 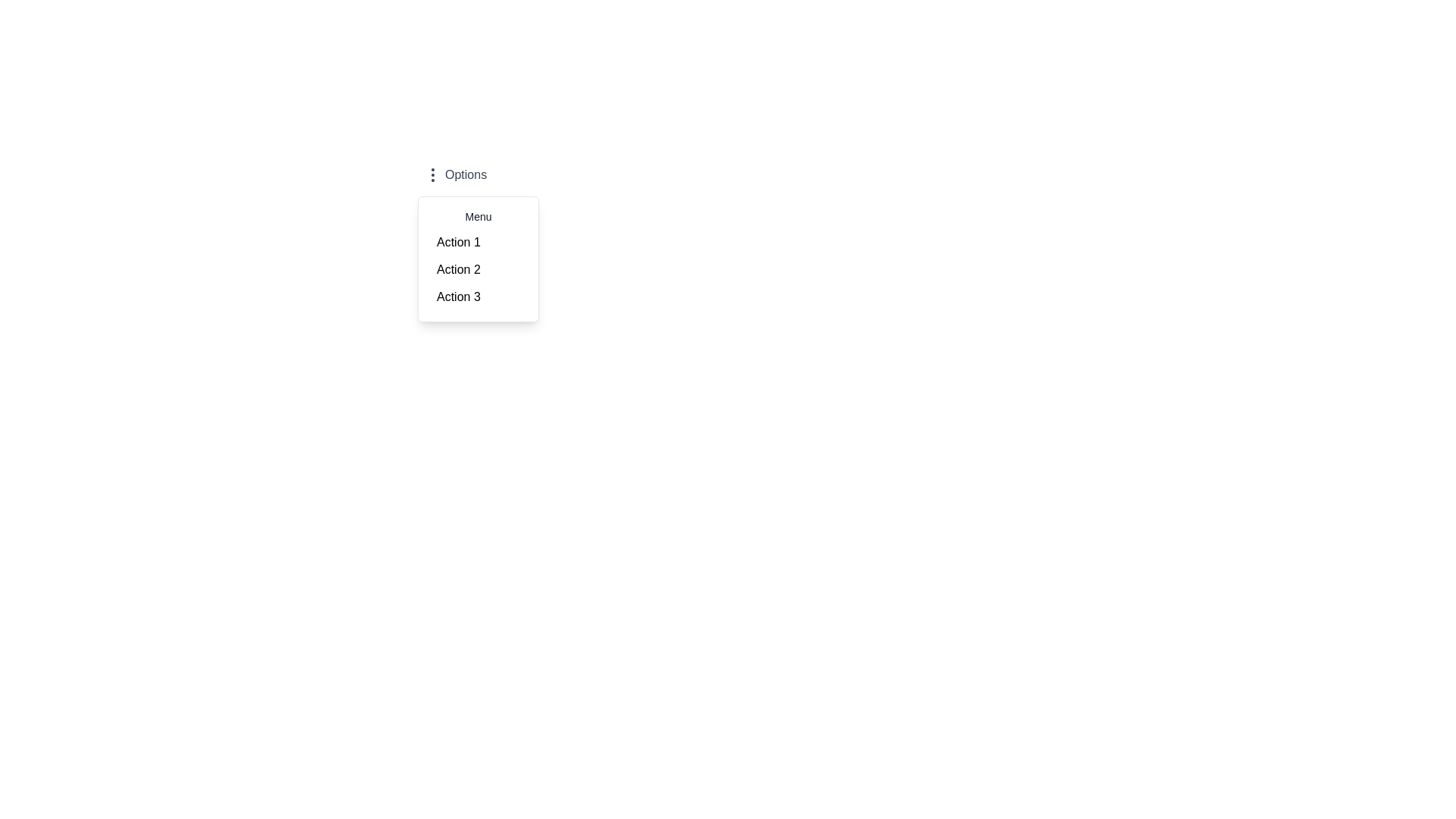 What do you see at coordinates (477, 216) in the screenshot?
I see `the 'Menu' text label, which is a medium-sized, bold, dark gray font, positioned at the top of a dropdown structure above three action items` at bounding box center [477, 216].